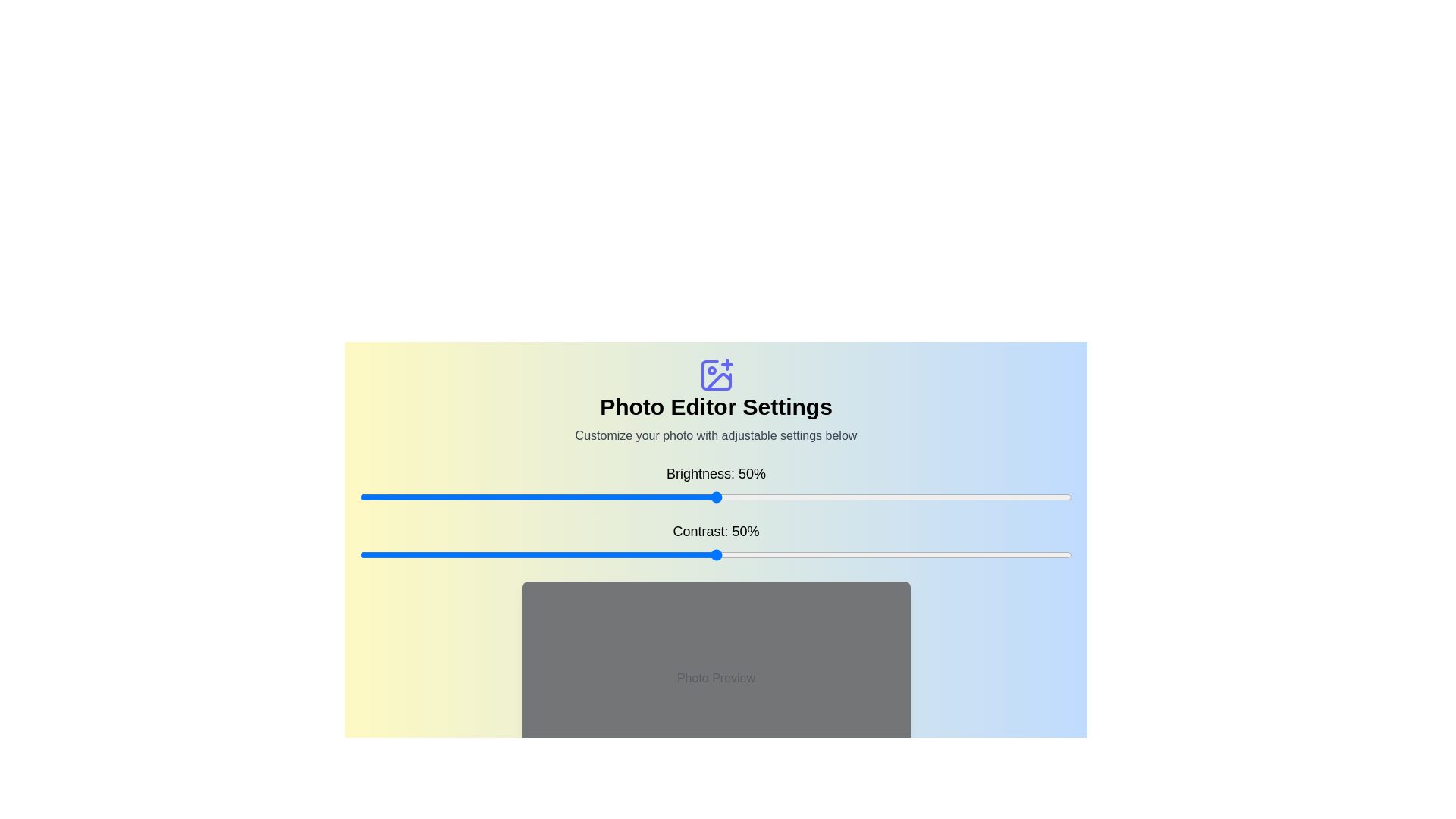 Image resolution: width=1456 pixels, height=819 pixels. What do you see at coordinates (993, 555) in the screenshot?
I see `the contrast slider to 89%` at bounding box center [993, 555].